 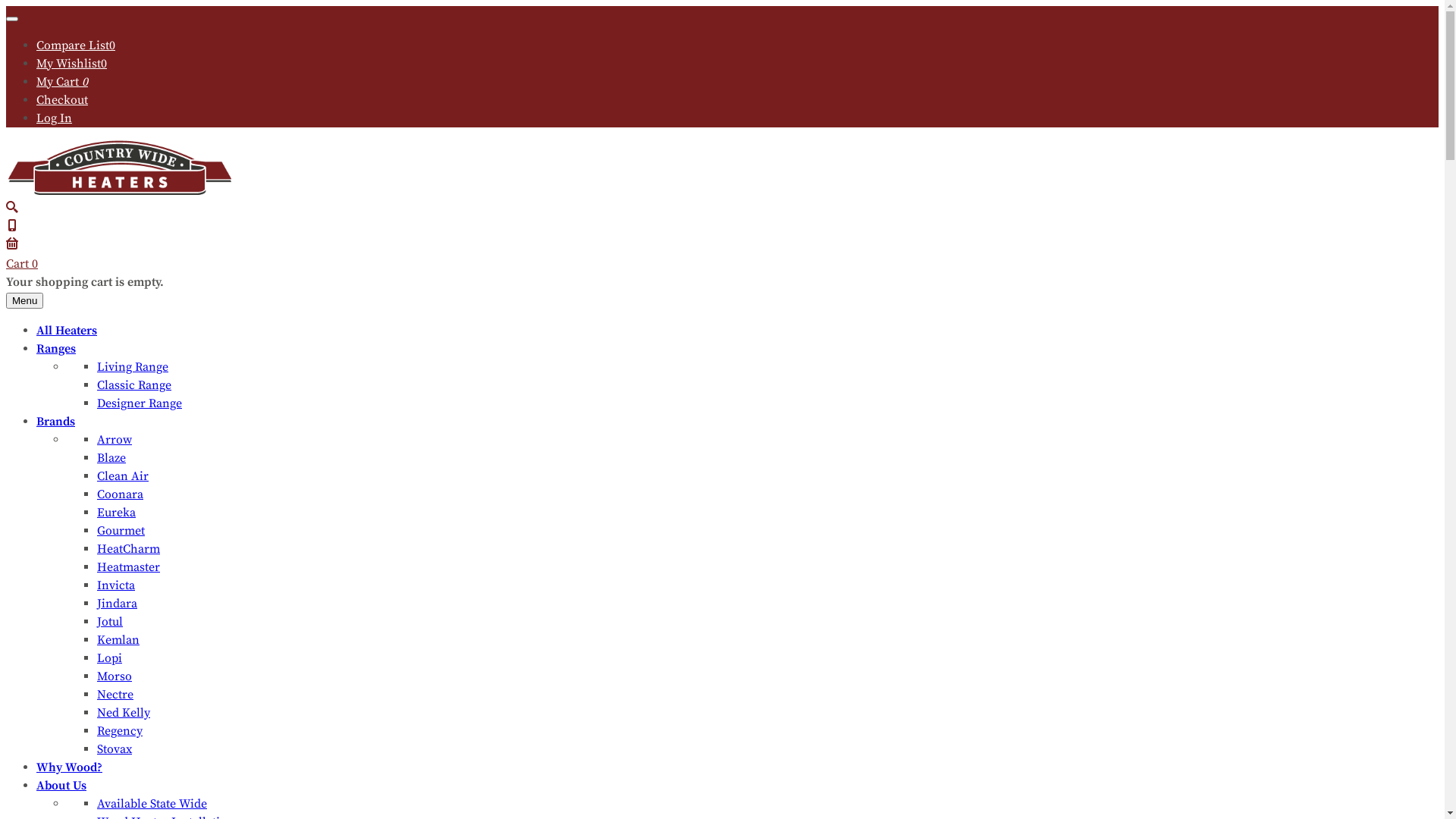 What do you see at coordinates (128, 549) in the screenshot?
I see `'HeatCharm'` at bounding box center [128, 549].